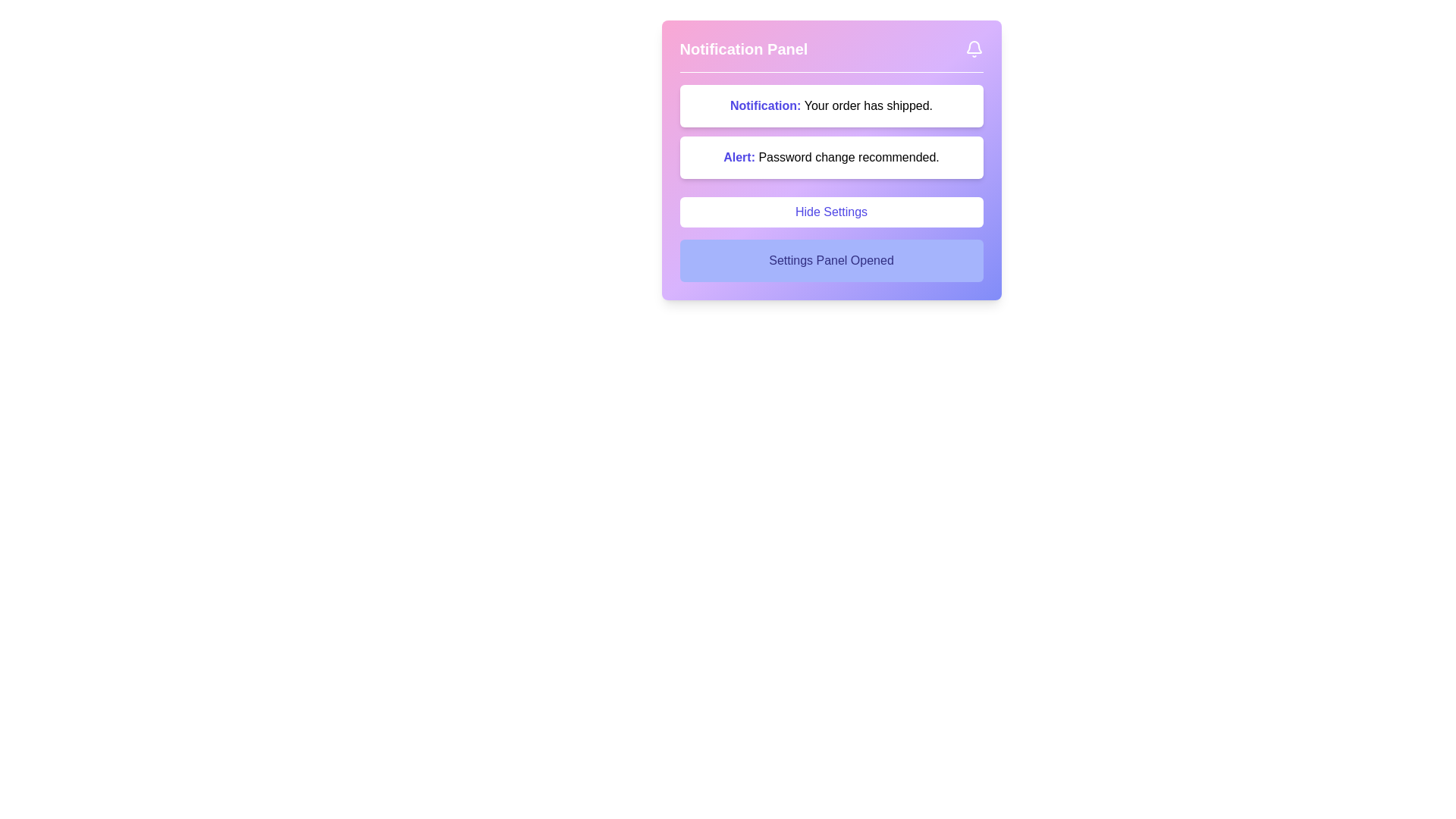  I want to click on the notification box that displays the message 'Notification: Your order has shipped.' which is located at the top of the list of notification boxes, so click(830, 105).